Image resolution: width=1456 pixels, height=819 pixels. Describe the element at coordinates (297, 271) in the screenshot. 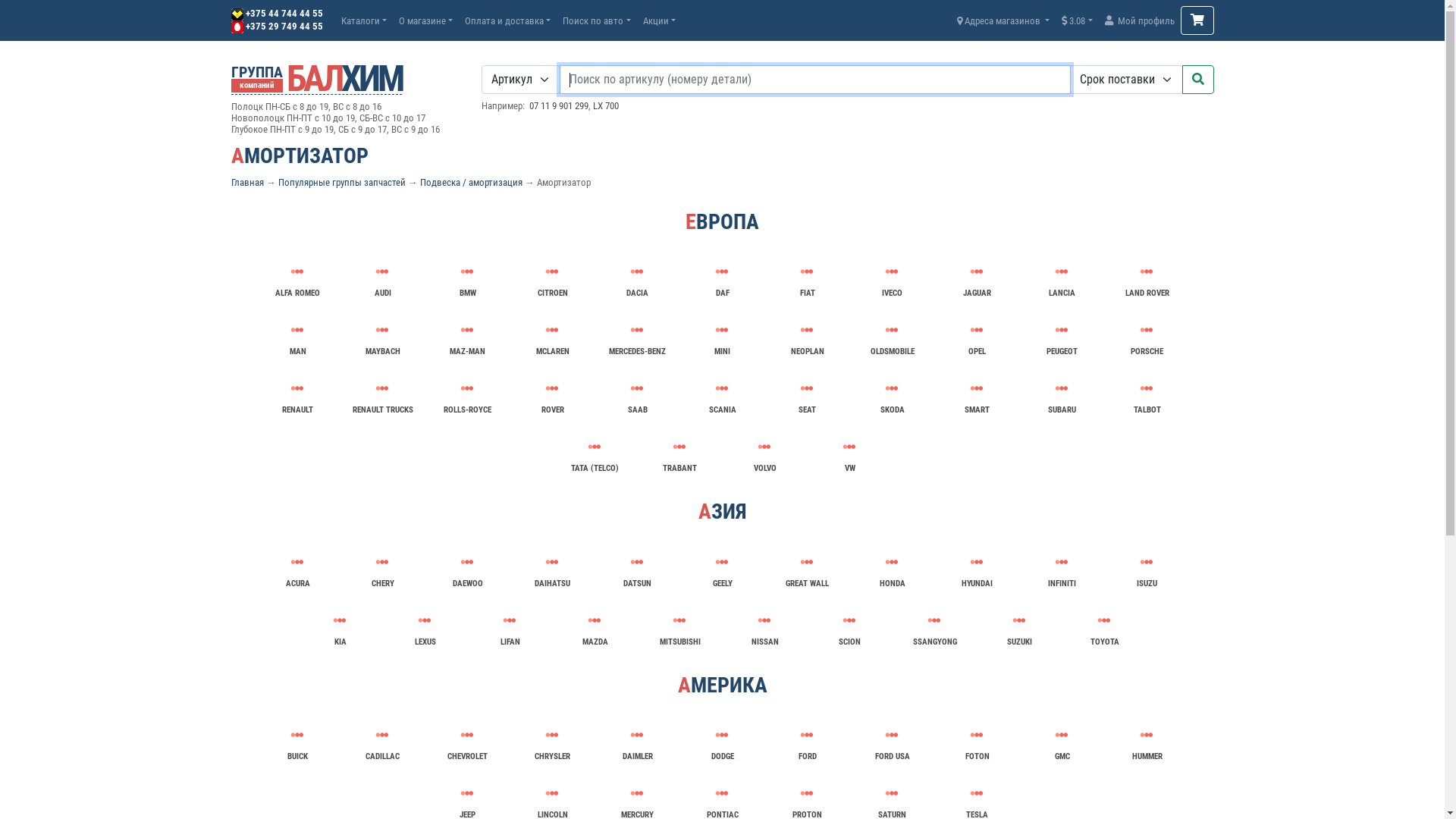

I see `'ALFA ROMEO'` at that location.